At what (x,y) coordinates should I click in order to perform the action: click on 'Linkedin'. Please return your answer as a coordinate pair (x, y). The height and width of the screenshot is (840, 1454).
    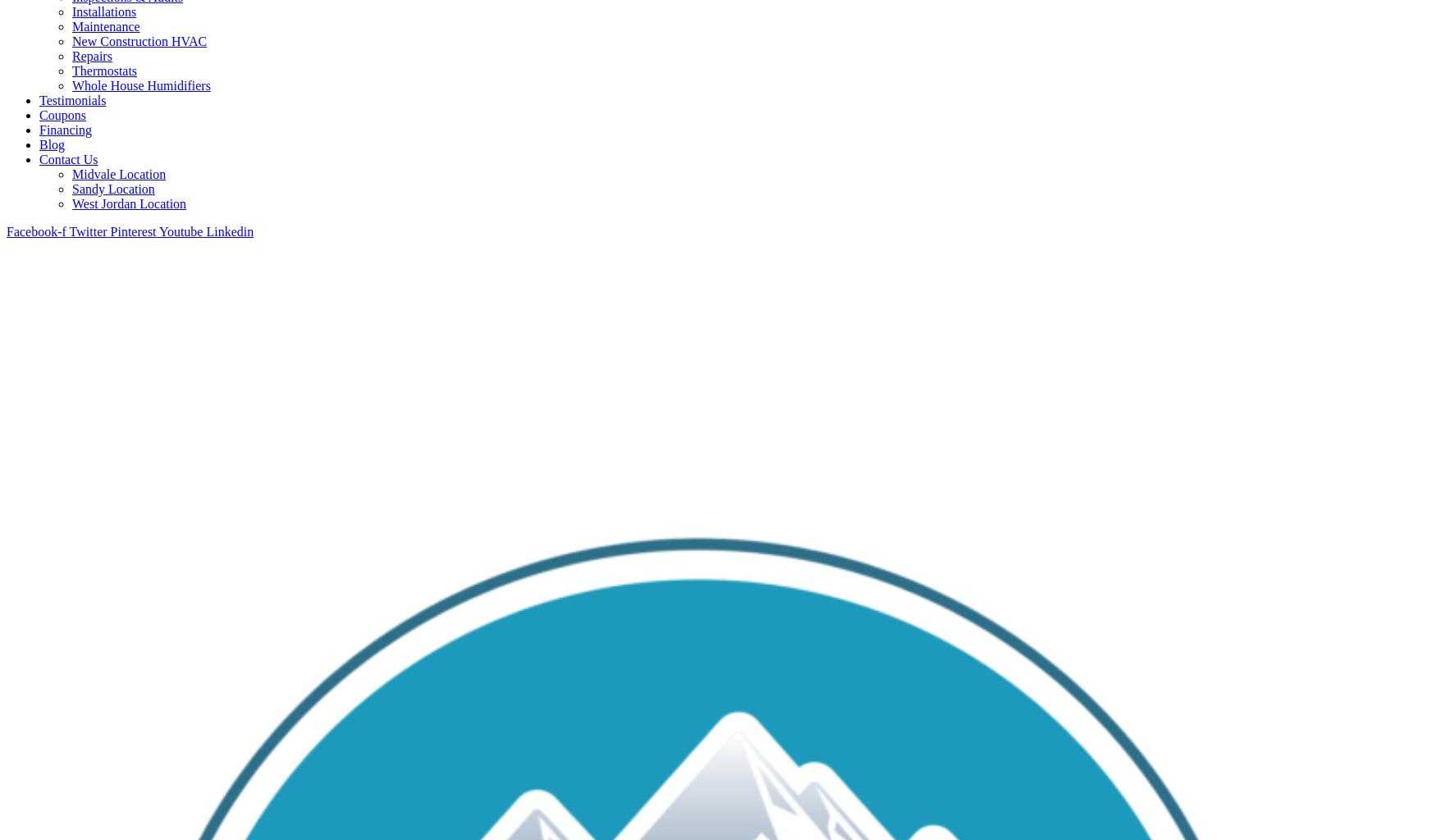
    Looking at the image, I should click on (204, 231).